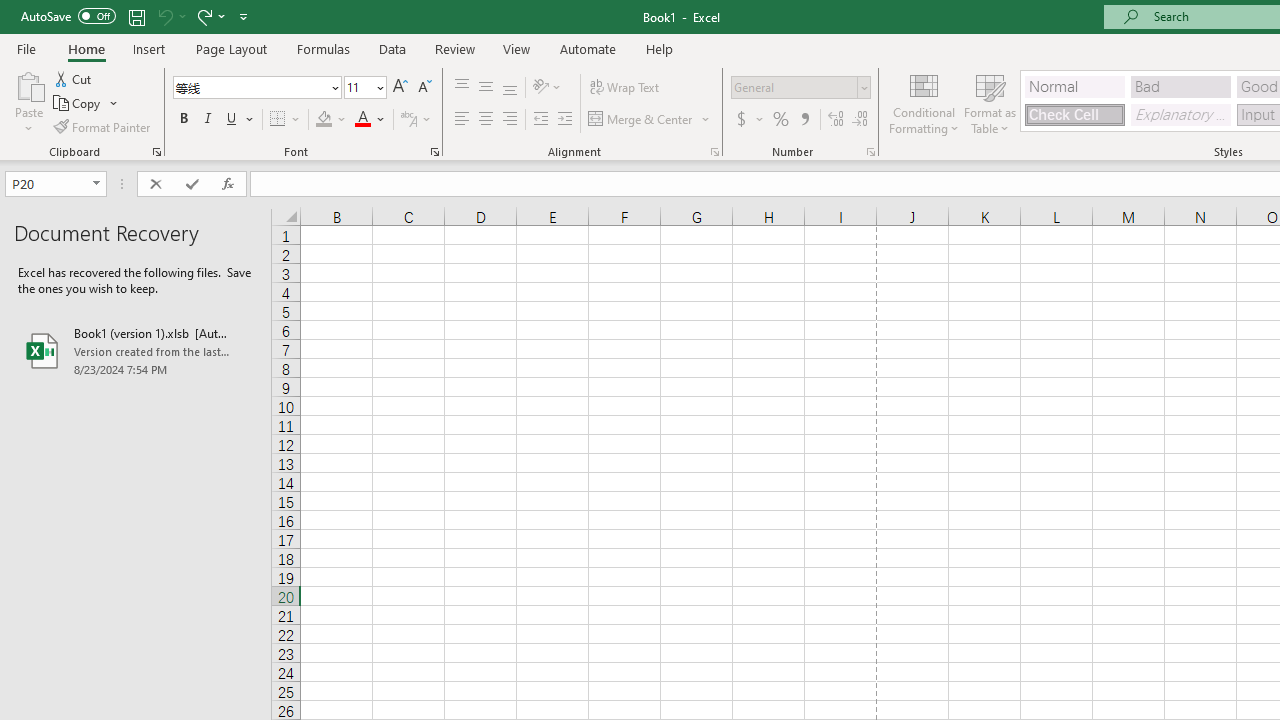 The image size is (1280, 720). Describe the element at coordinates (1180, 85) in the screenshot. I see `'Bad'` at that location.